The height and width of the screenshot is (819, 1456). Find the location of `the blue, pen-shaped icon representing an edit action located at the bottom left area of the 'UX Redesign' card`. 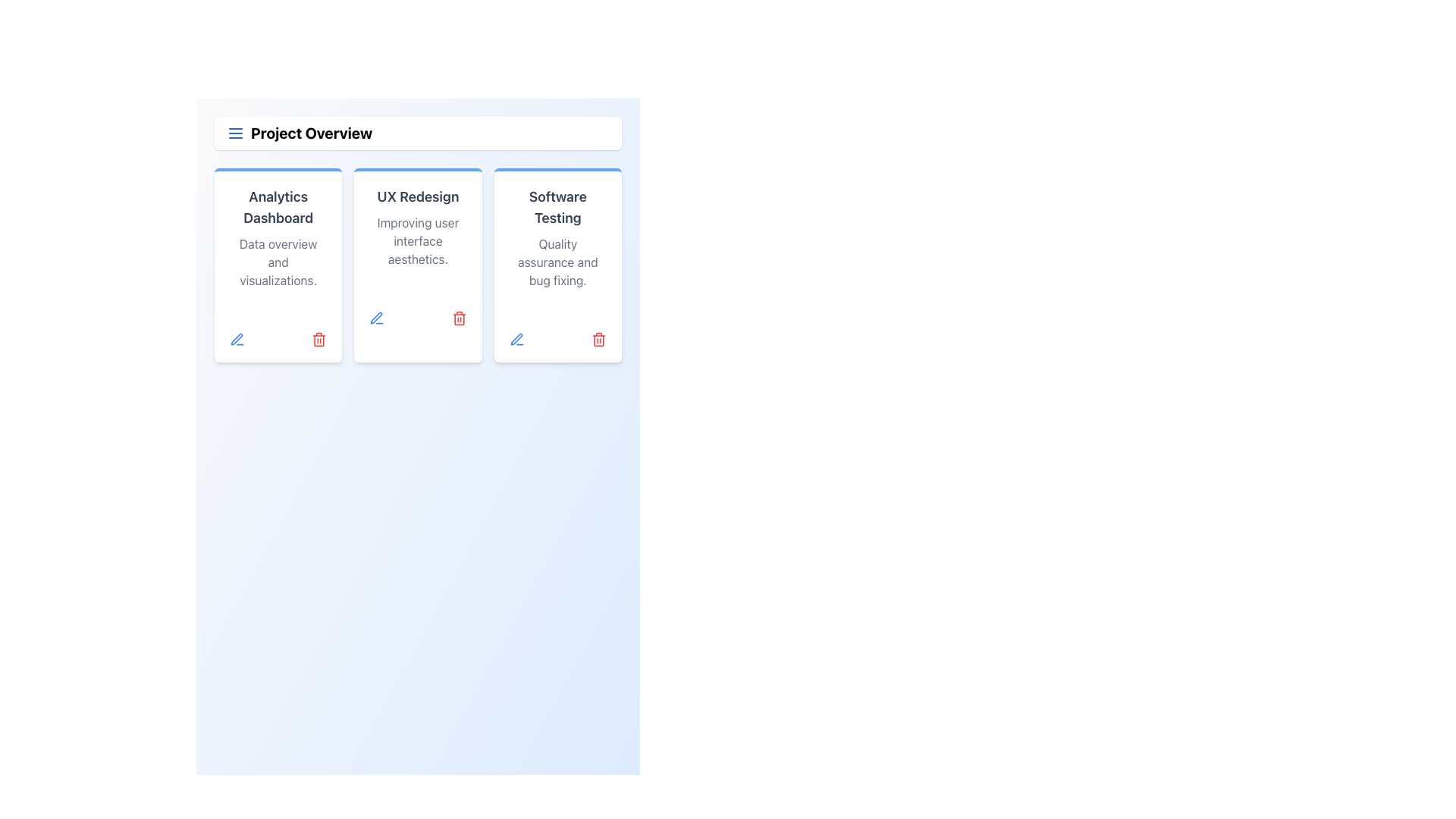

the blue, pen-shaped icon representing an edit action located at the bottom left area of the 'UX Redesign' card is located at coordinates (236, 338).